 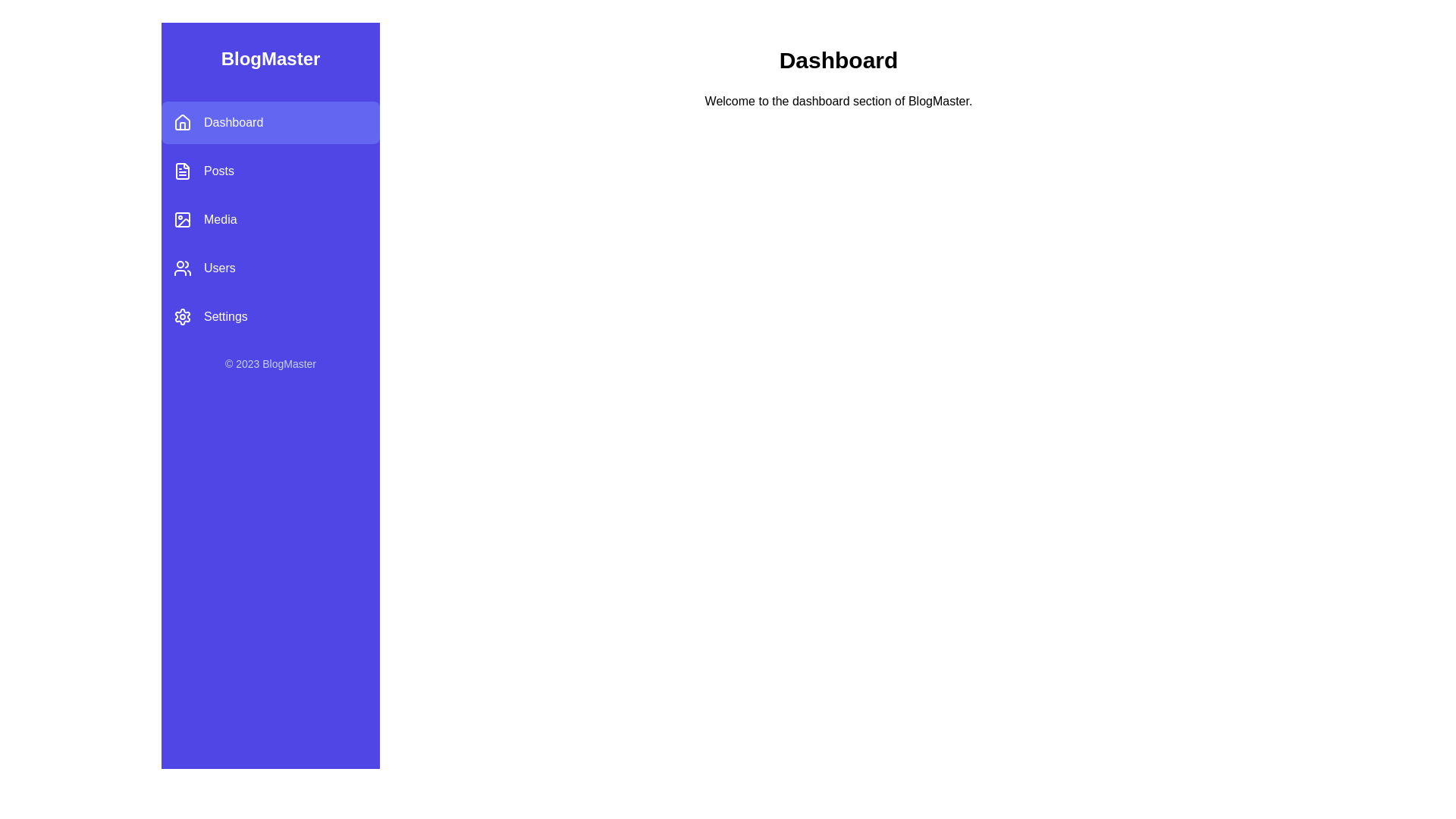 What do you see at coordinates (182, 315) in the screenshot?
I see `the gear icon associated with the 'Settings' label in the left sidebar` at bounding box center [182, 315].